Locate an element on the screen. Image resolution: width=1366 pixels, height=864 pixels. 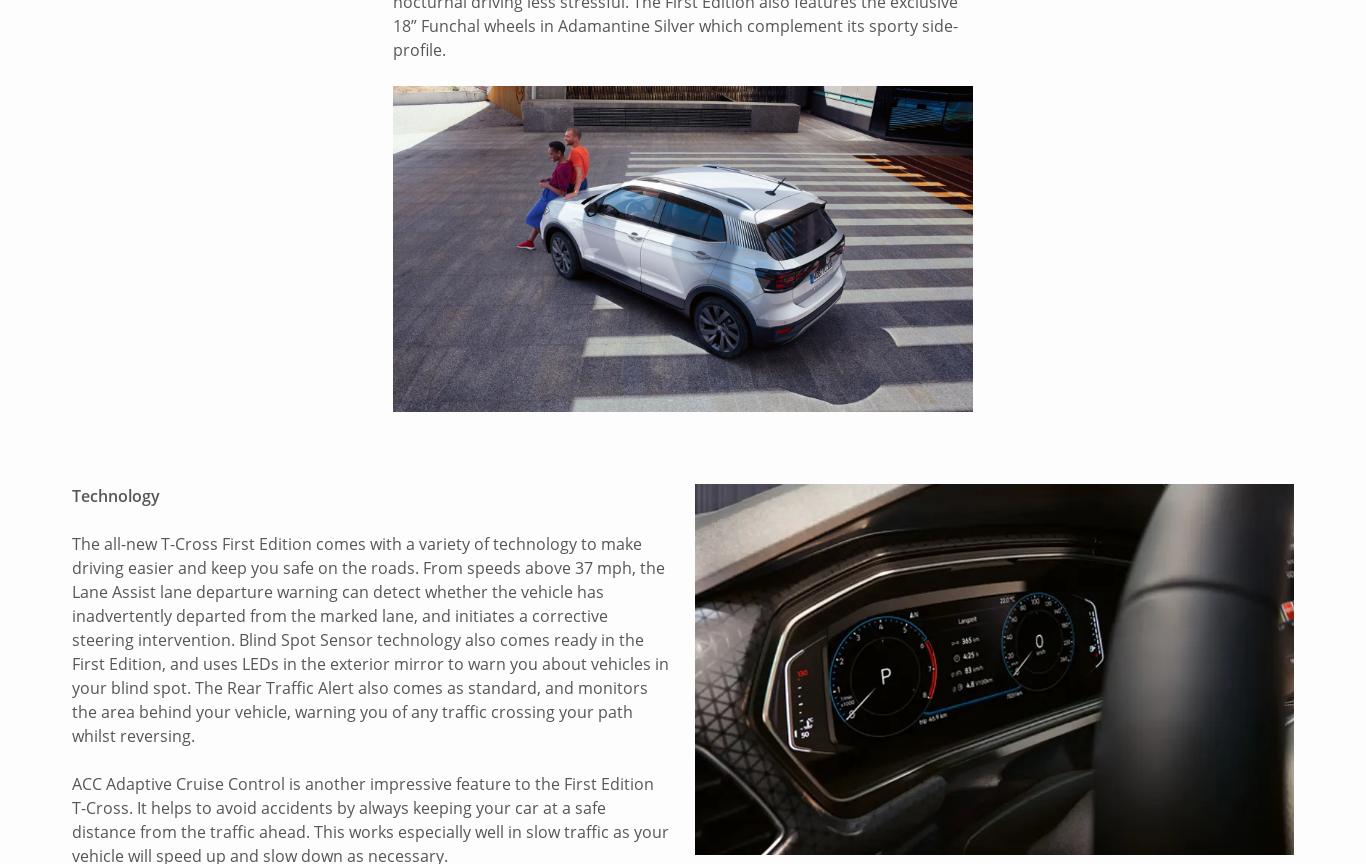
'Copyright © 2004-2023 Listers Group Limited. All rights reserved.' is located at coordinates (292, 755).